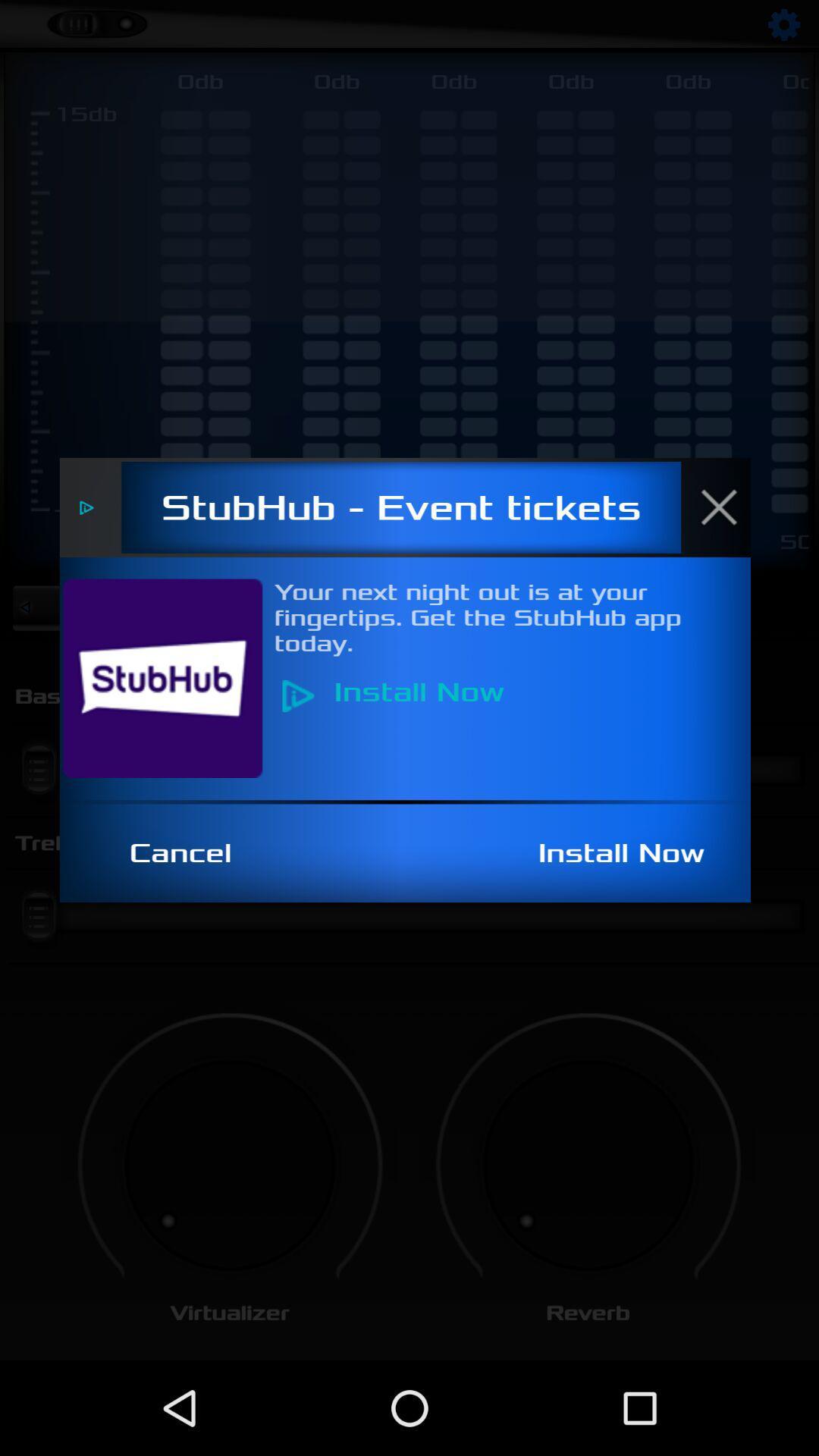  I want to click on the window, so click(726, 507).